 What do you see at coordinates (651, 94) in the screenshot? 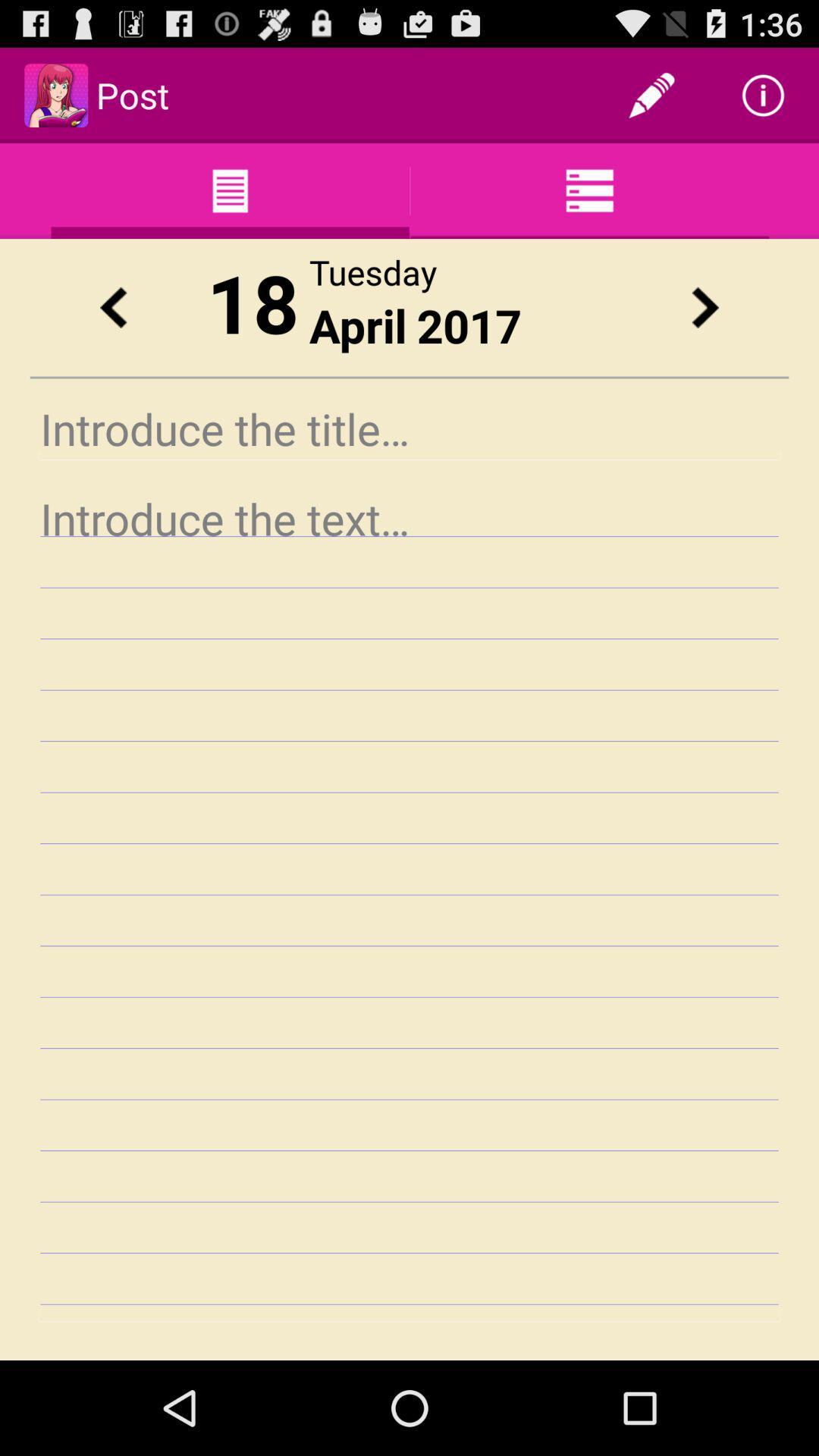
I see `item to the right of post` at bounding box center [651, 94].